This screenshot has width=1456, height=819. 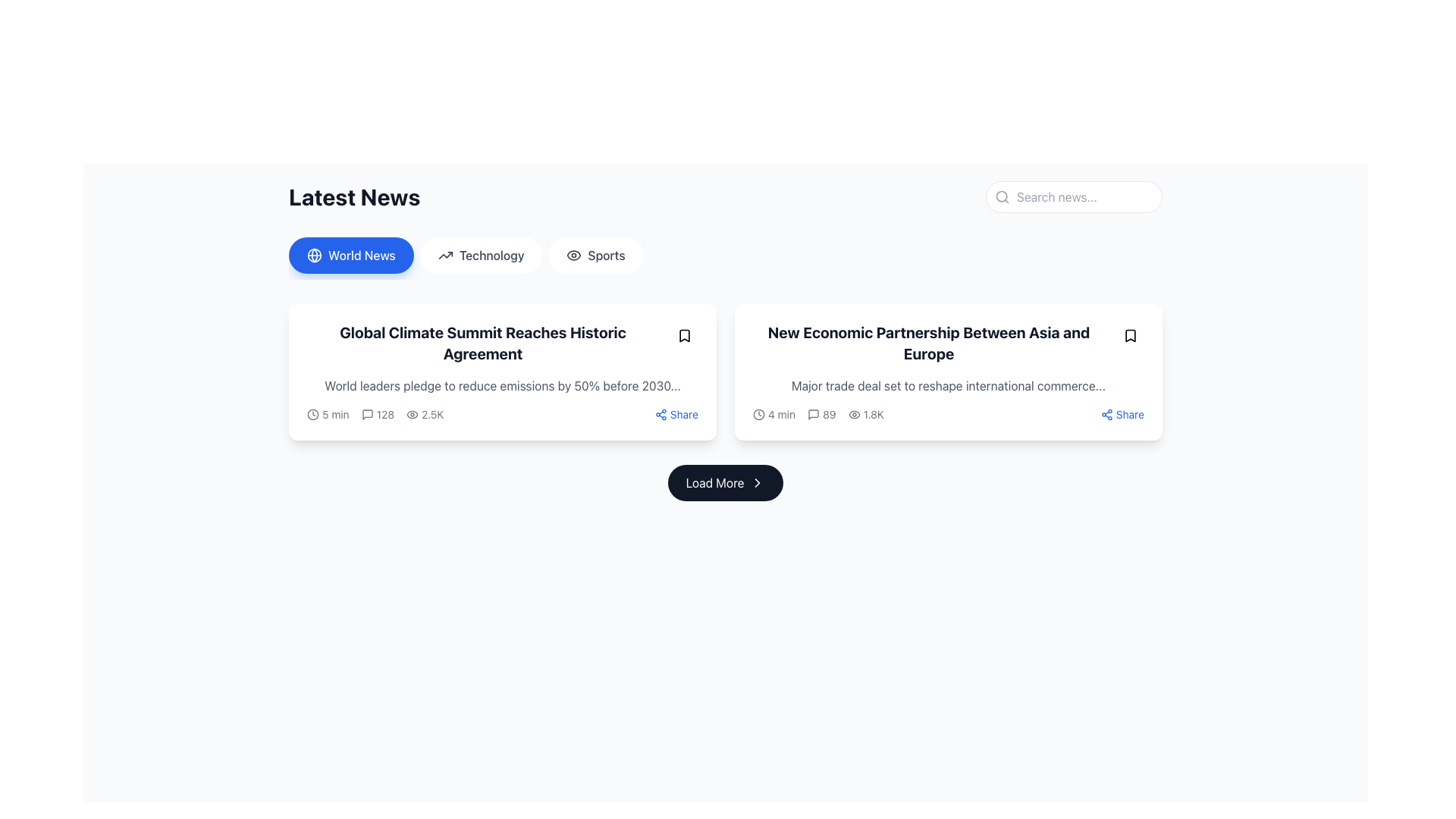 I want to click on the Duration indicator at the lower-left corner of the article card titled 'New Economic Partnership Between Asia and Europe', so click(x=774, y=415).